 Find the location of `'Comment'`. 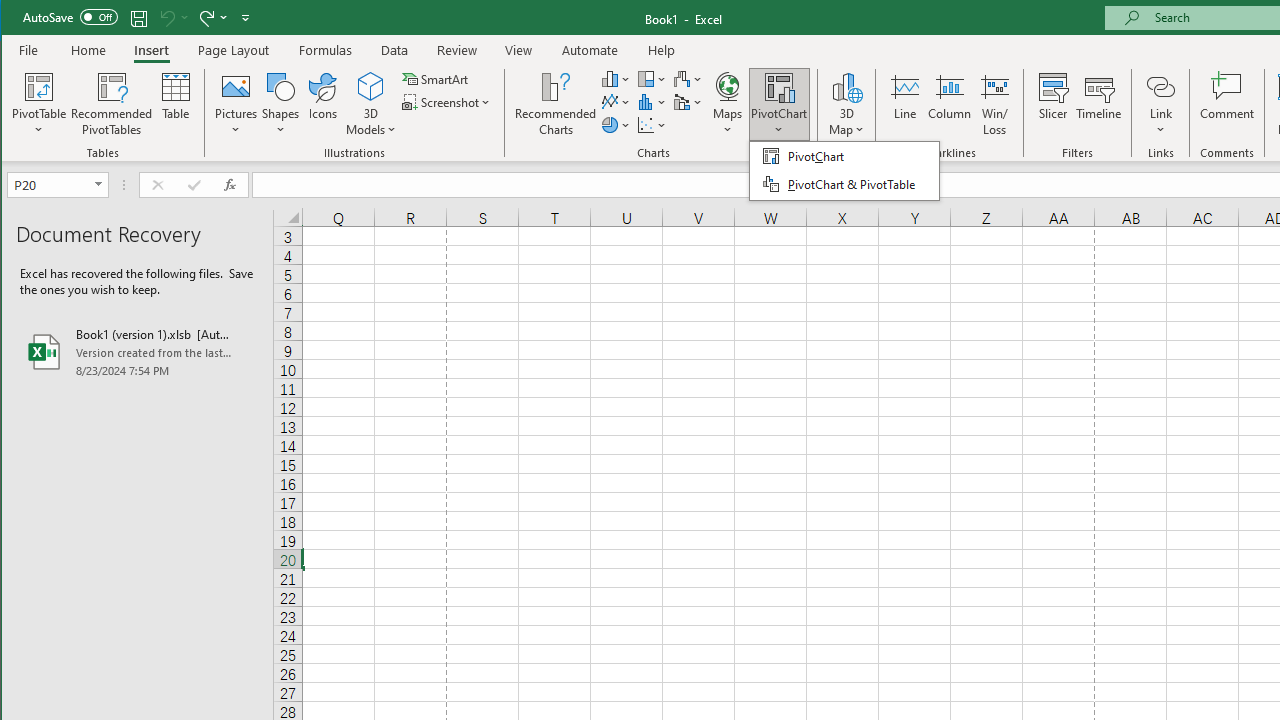

'Comment' is located at coordinates (1226, 104).